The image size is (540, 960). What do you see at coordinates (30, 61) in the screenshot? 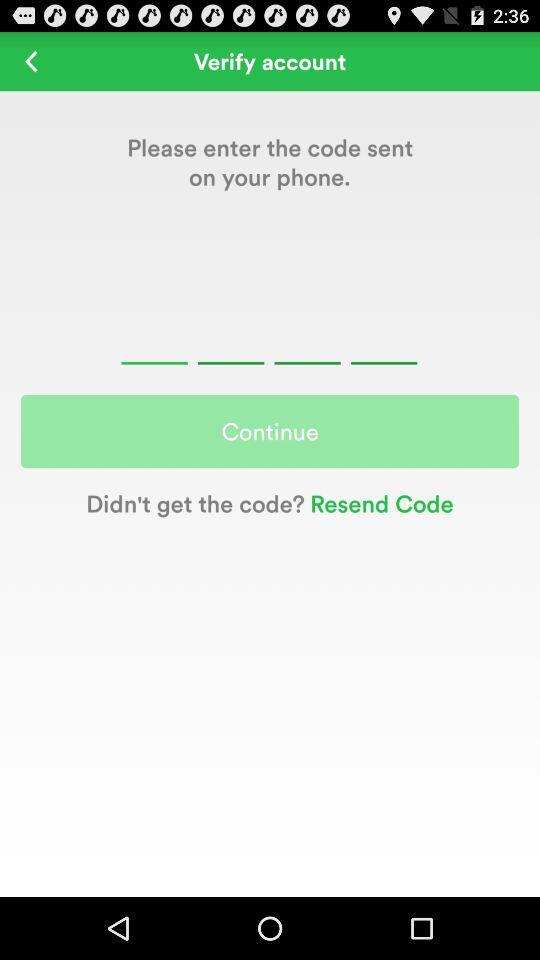
I see `back to previous menu` at bounding box center [30, 61].